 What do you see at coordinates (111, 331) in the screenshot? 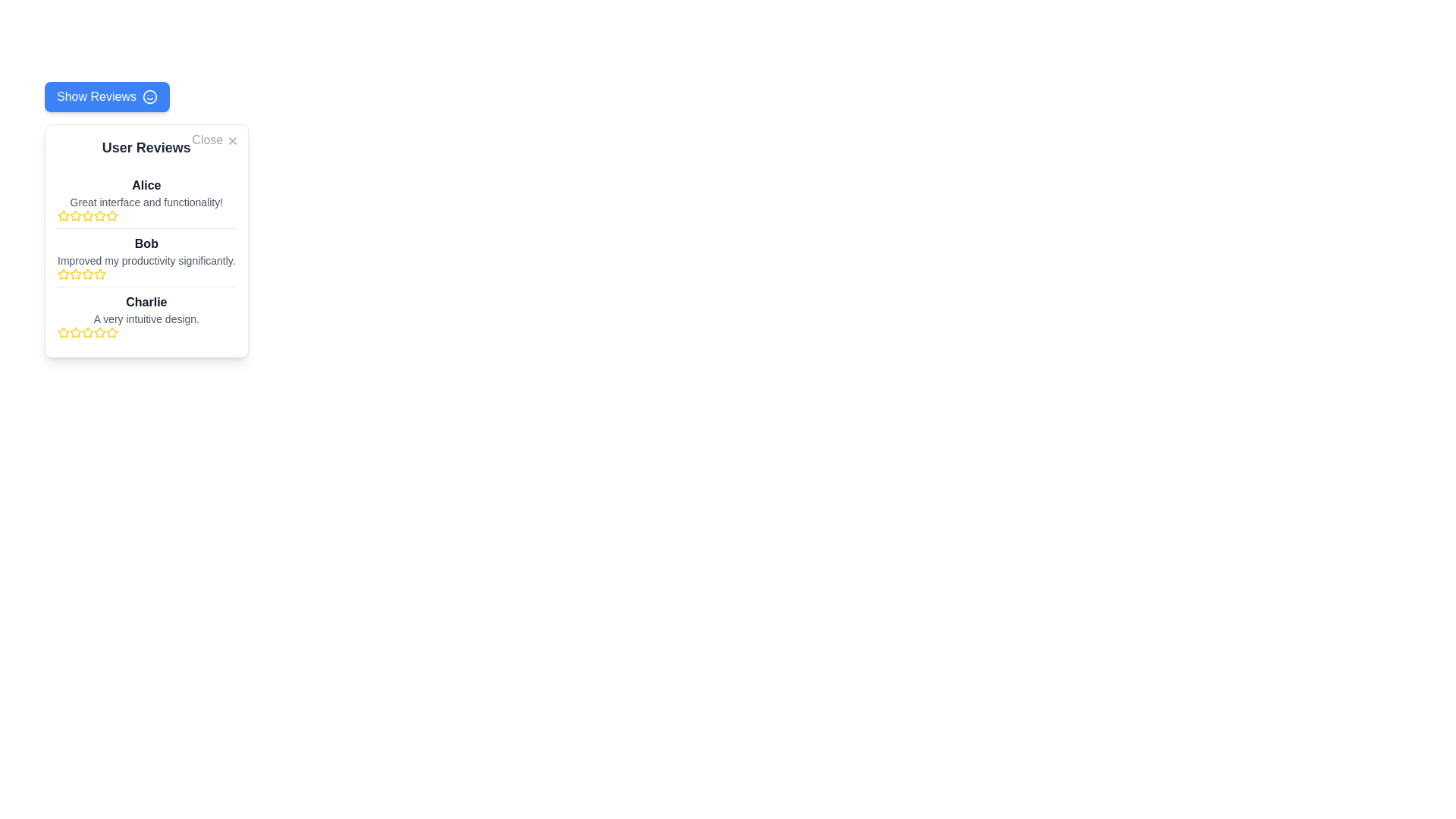
I see `the fifth Rating Star Icon with a gold outline and white fill, located under the review by 'Charlie'` at bounding box center [111, 331].